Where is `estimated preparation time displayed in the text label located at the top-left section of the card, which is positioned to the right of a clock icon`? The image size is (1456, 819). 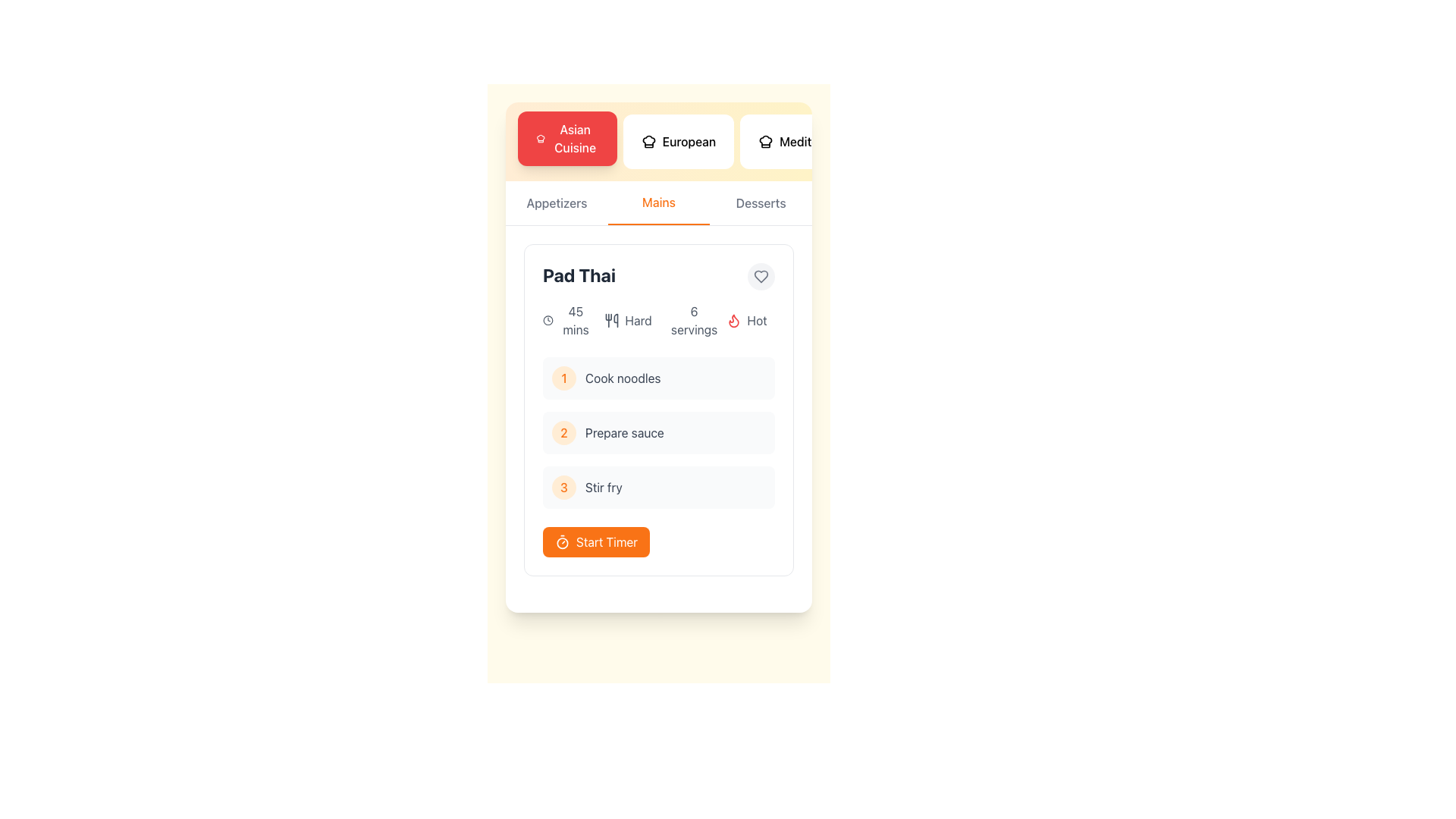
estimated preparation time displayed in the text label located at the top-left section of the card, which is positioned to the right of a clock icon is located at coordinates (575, 320).